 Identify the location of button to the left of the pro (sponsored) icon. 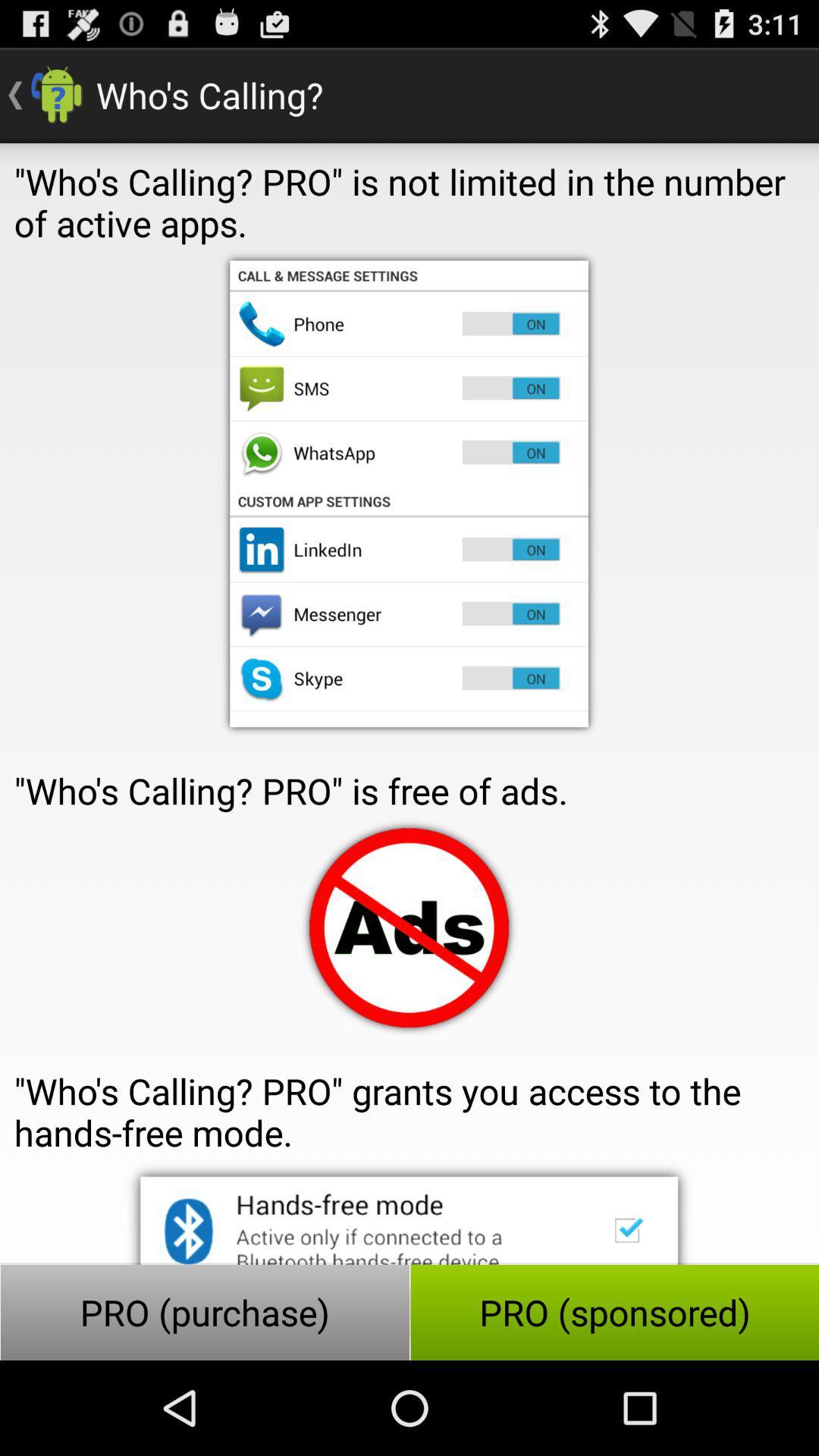
(205, 1312).